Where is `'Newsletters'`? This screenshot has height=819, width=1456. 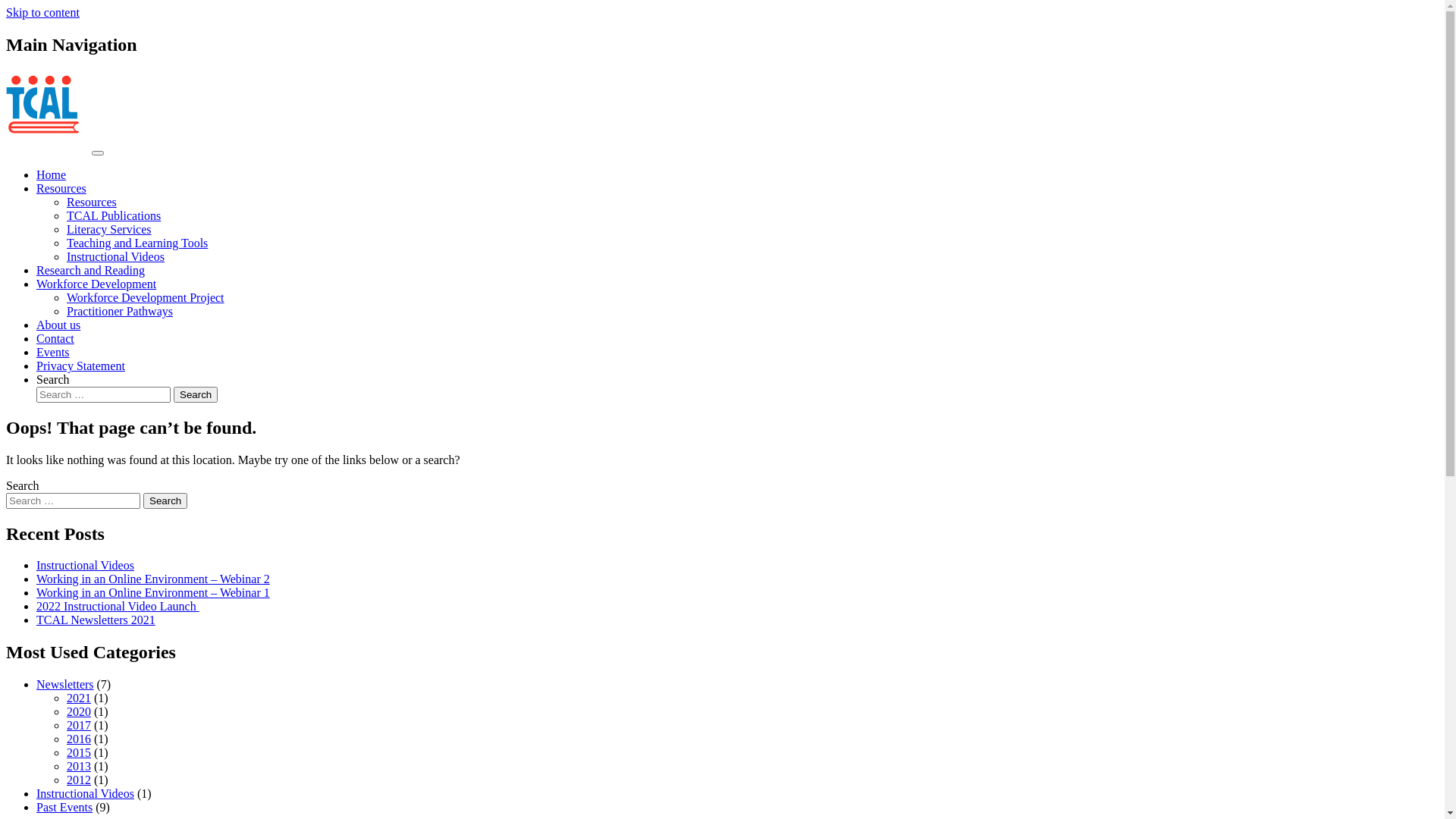 'Newsletters' is located at coordinates (36, 684).